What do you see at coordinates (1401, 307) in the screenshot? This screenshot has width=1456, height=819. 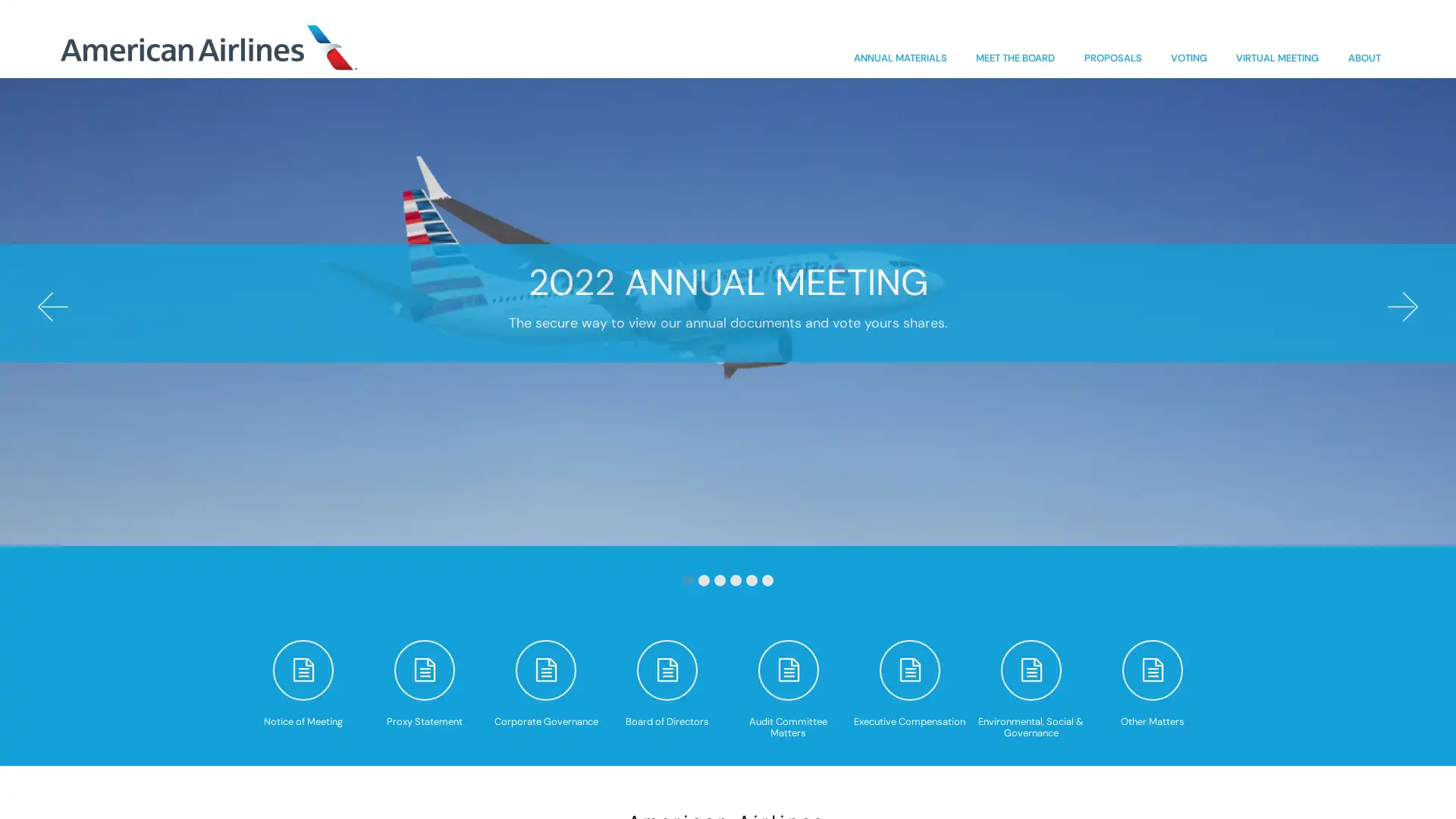 I see `Next` at bounding box center [1401, 307].